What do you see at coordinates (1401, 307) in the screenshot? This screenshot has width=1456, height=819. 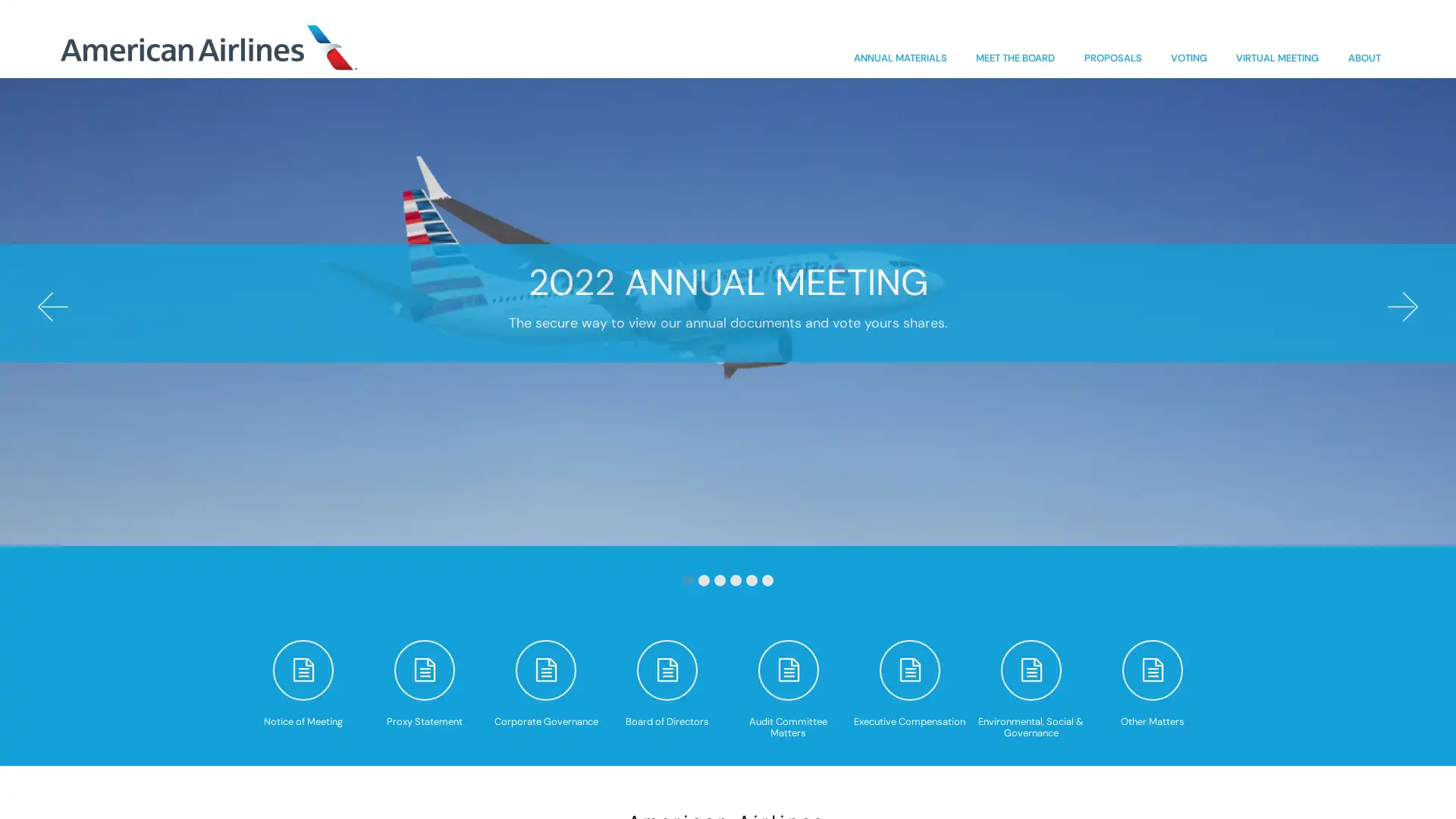 I see `Next` at bounding box center [1401, 307].